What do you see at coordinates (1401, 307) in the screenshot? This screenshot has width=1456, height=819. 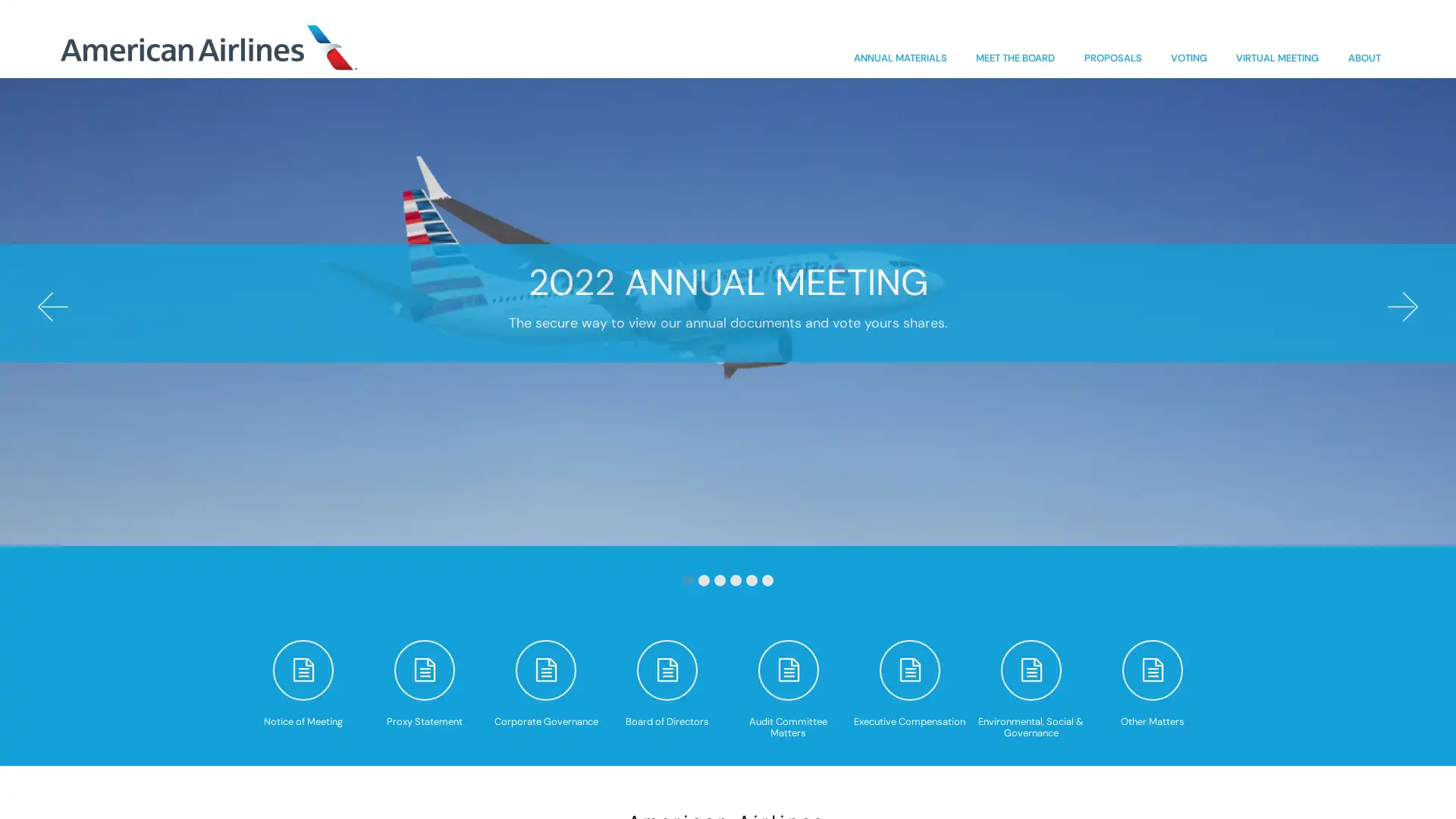 I see `Next` at bounding box center [1401, 307].